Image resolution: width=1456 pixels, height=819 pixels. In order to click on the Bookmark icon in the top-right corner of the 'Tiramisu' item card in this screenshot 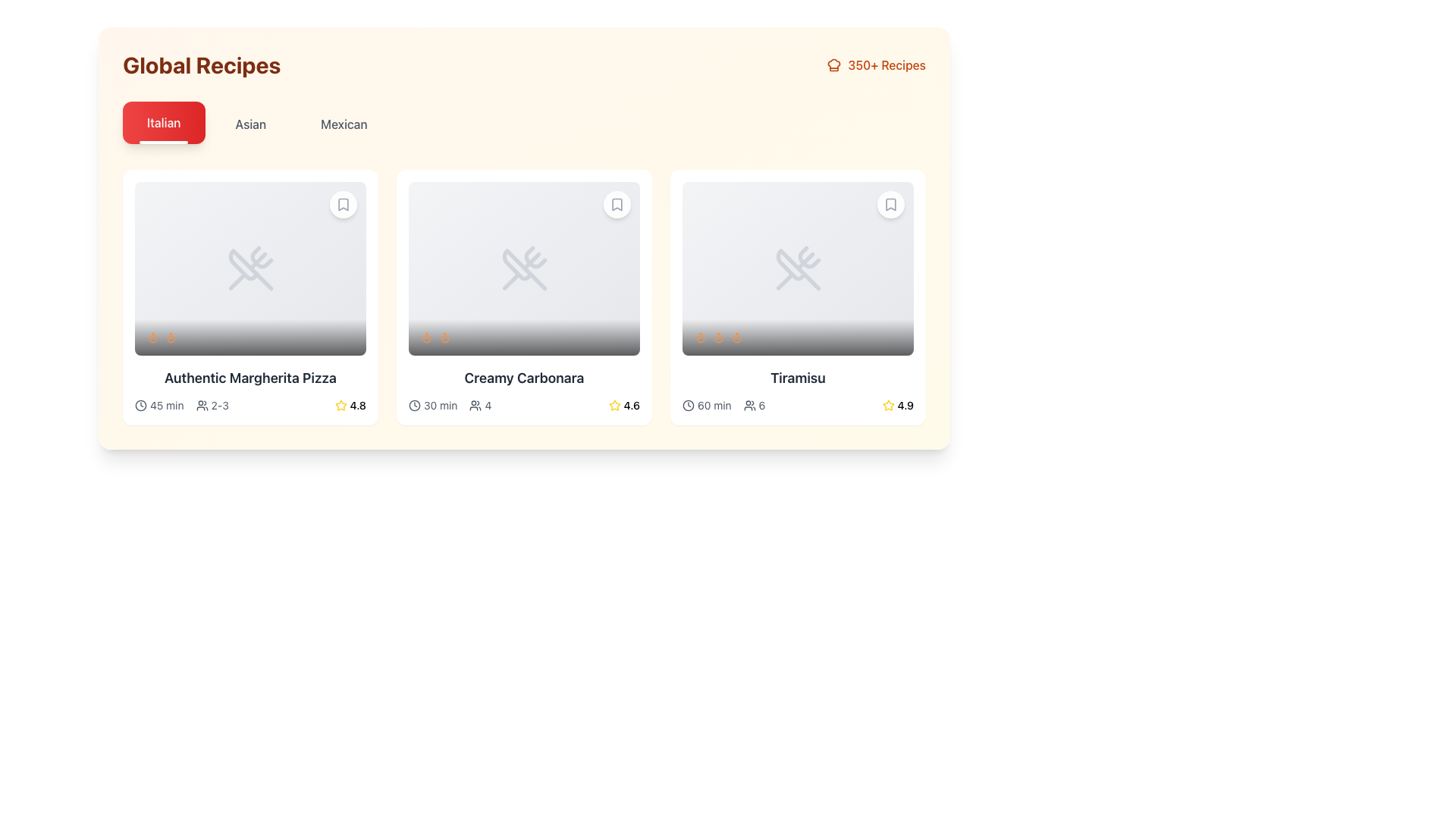, I will do `click(891, 205)`.